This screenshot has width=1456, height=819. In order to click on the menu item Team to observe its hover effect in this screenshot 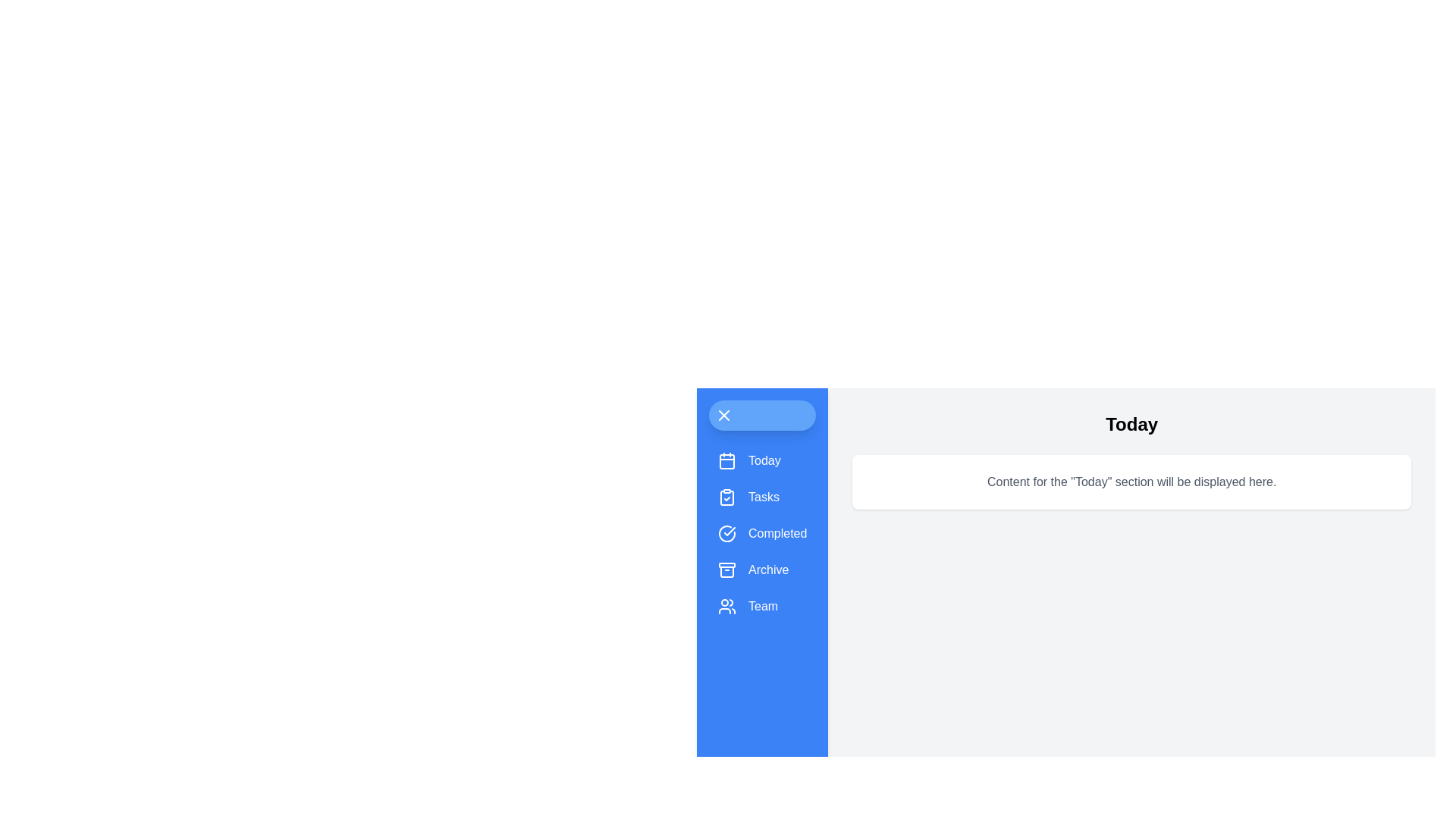, I will do `click(762, 605)`.